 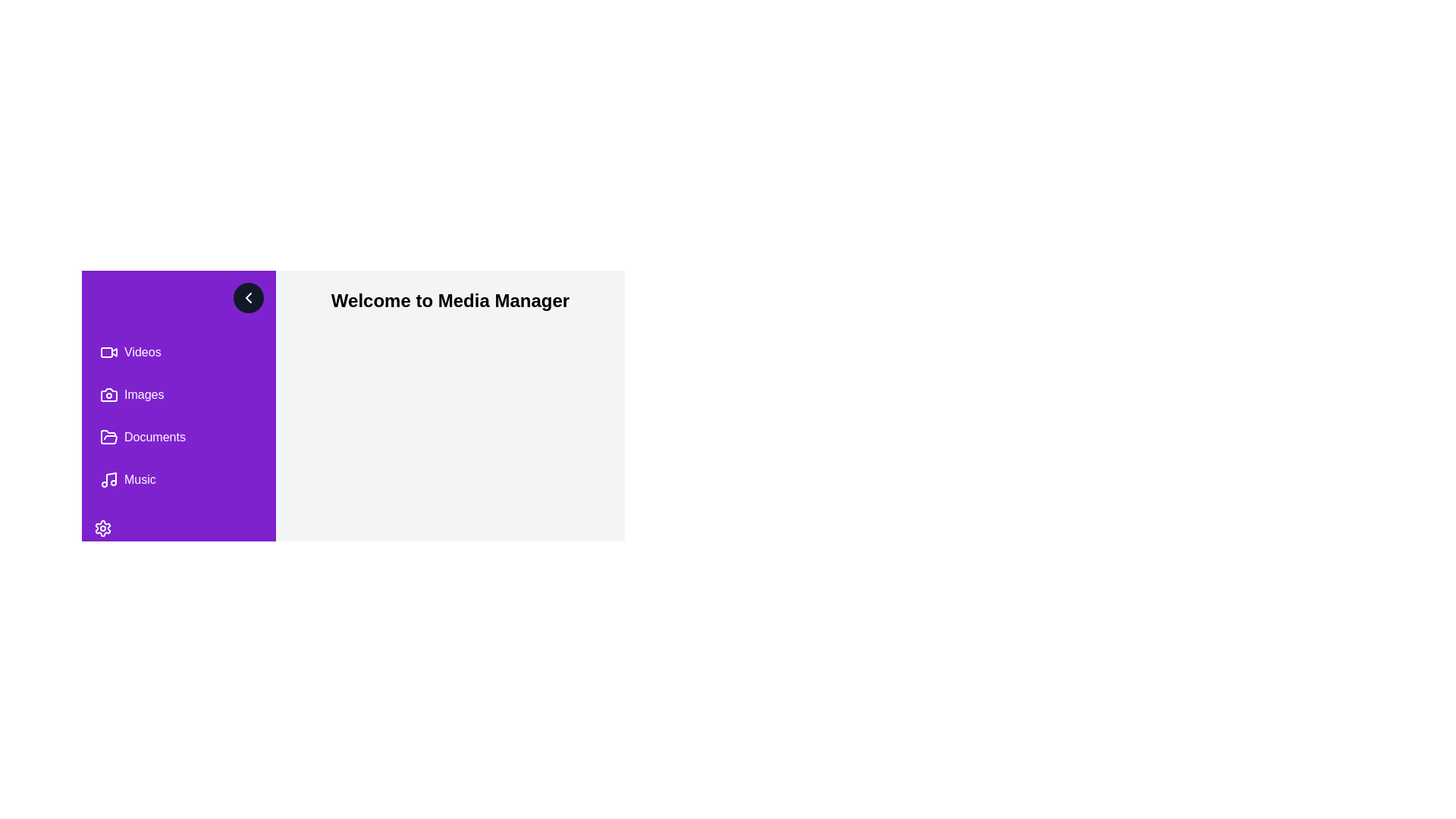 I want to click on the menu item labeled Music, so click(x=178, y=479).